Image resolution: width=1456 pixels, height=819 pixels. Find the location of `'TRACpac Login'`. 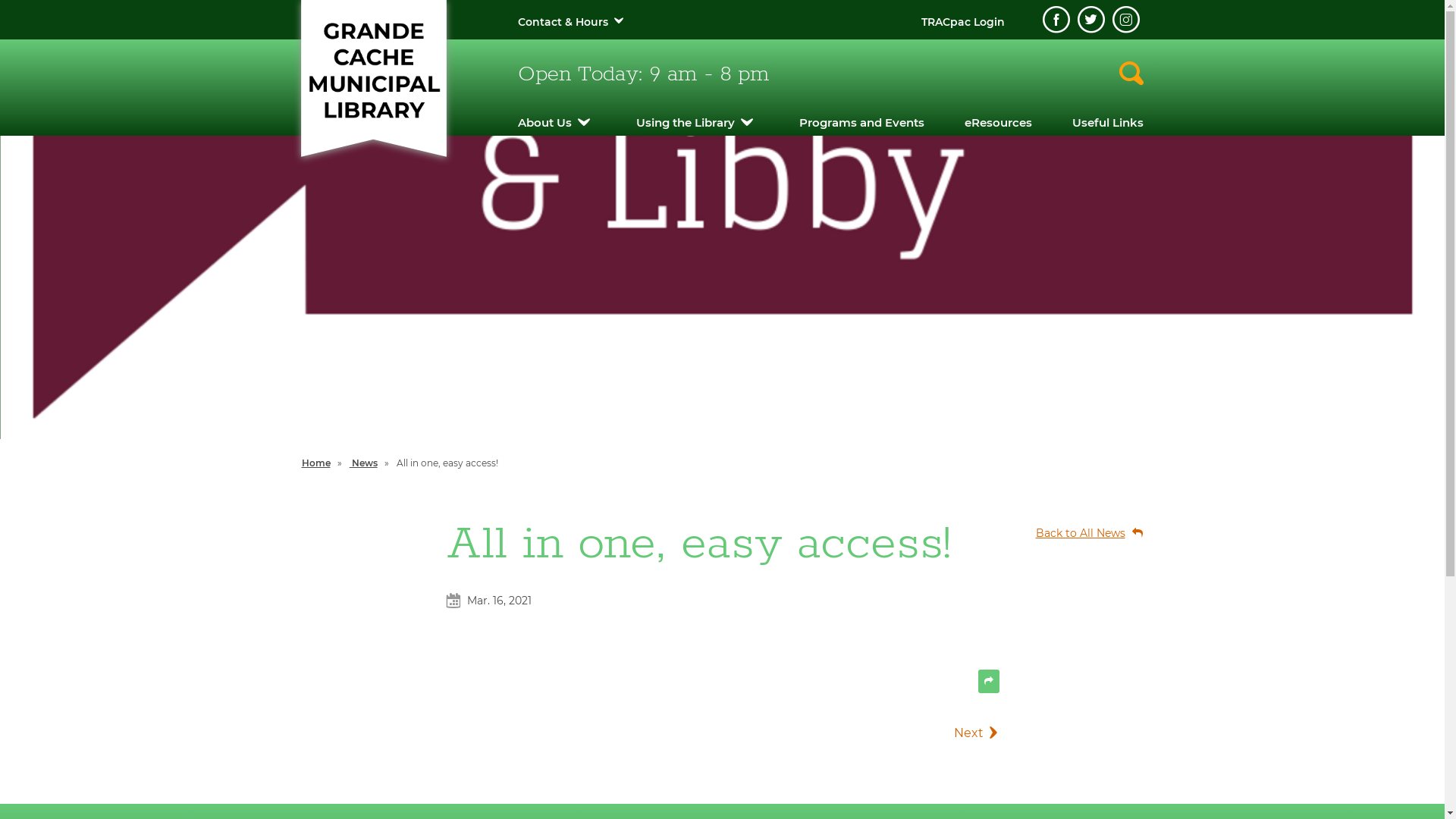

'TRACpac Login' is located at coordinates (961, 22).